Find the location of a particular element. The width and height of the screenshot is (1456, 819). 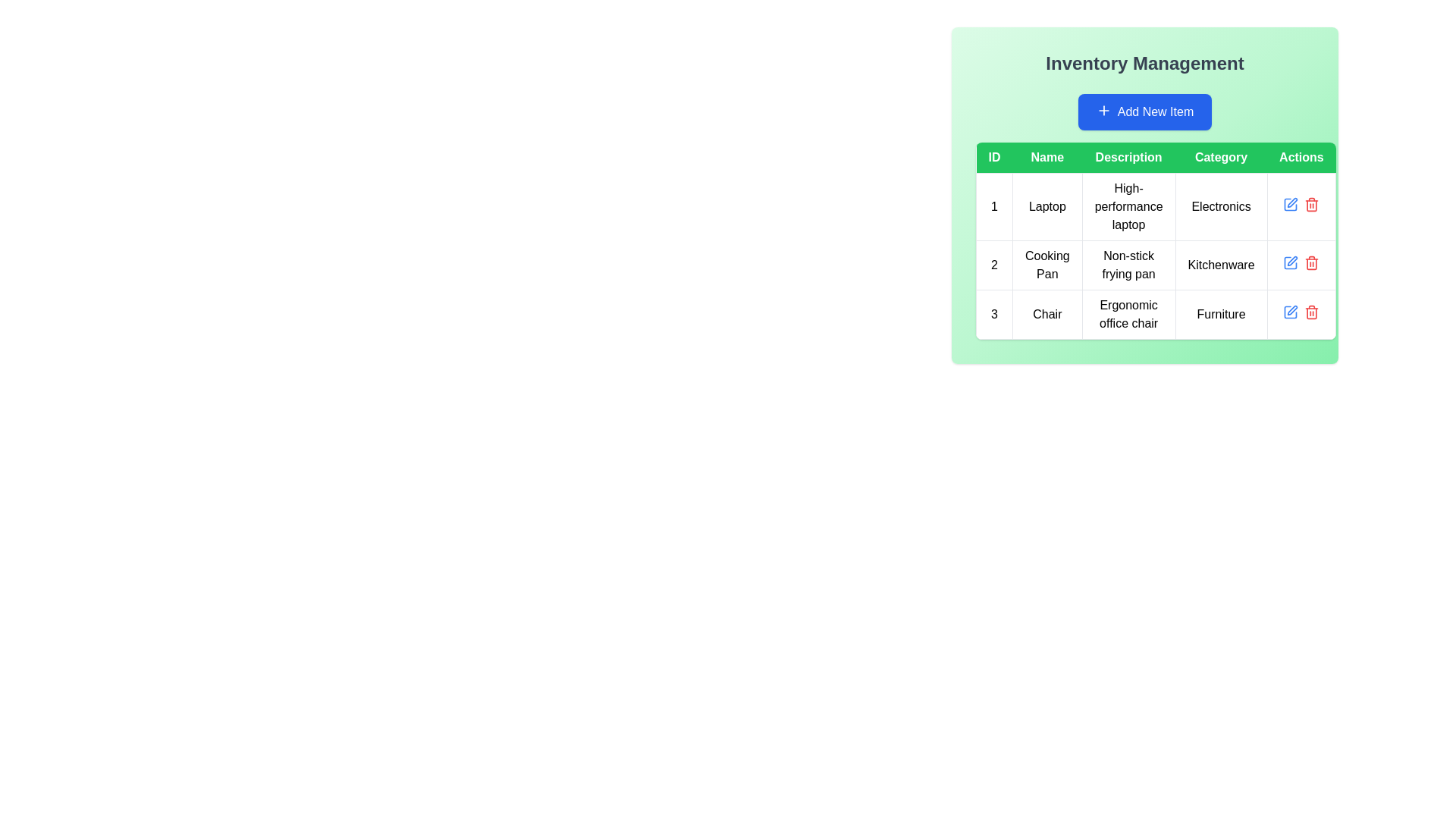

the Table Cell containing the number '2', which is styled with a border and padding, located in the second row of the table under the 'ID' column is located at coordinates (994, 265).